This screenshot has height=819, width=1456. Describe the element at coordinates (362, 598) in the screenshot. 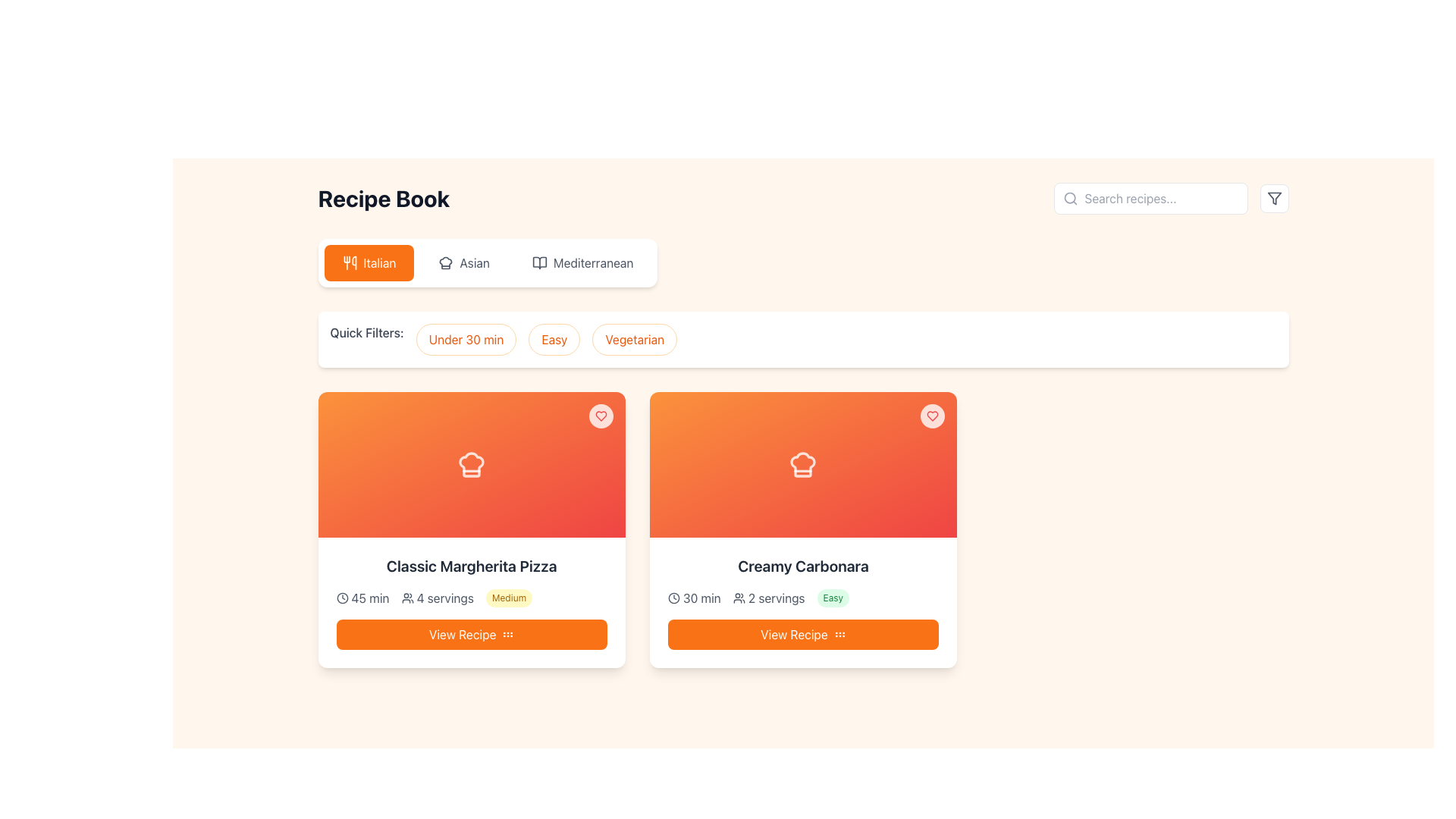

I see `preparation time information displayed by the icon-text pair located in the bottom left area of the 'Classic Margherita Pizza' card, positioned before '4 servings' and 'Medium'` at that location.